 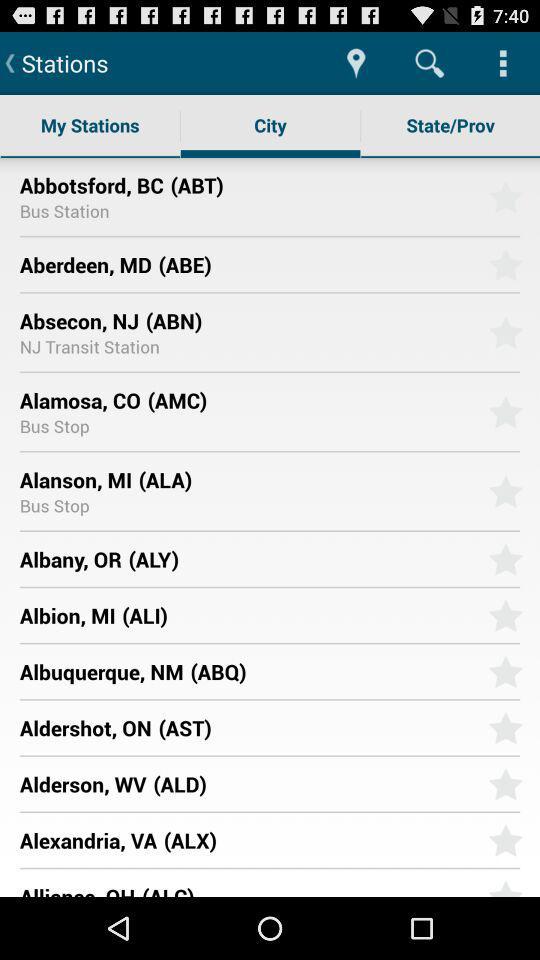 What do you see at coordinates (90, 184) in the screenshot?
I see `icon next to (abt) icon` at bounding box center [90, 184].